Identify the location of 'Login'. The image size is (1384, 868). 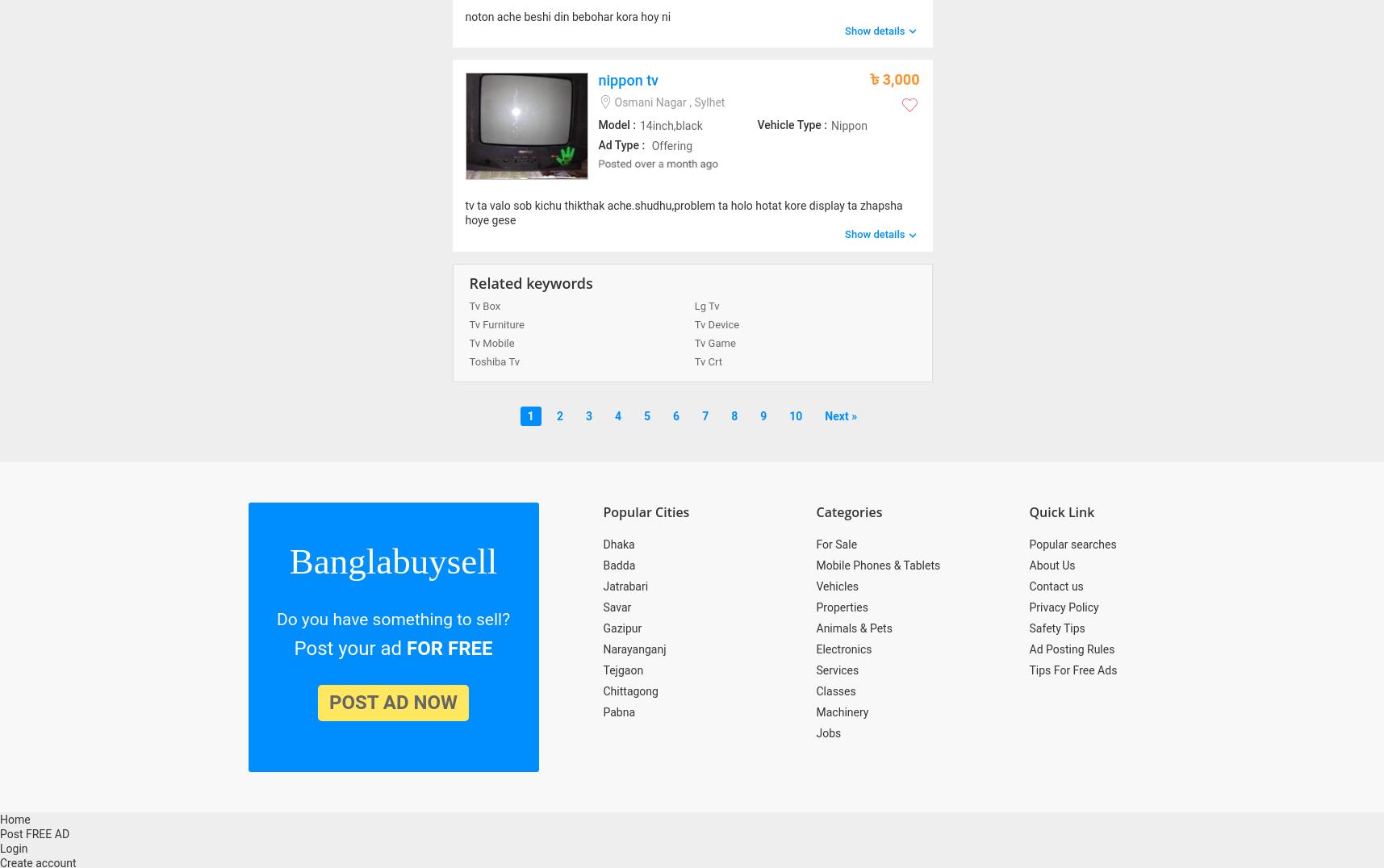
(12, 848).